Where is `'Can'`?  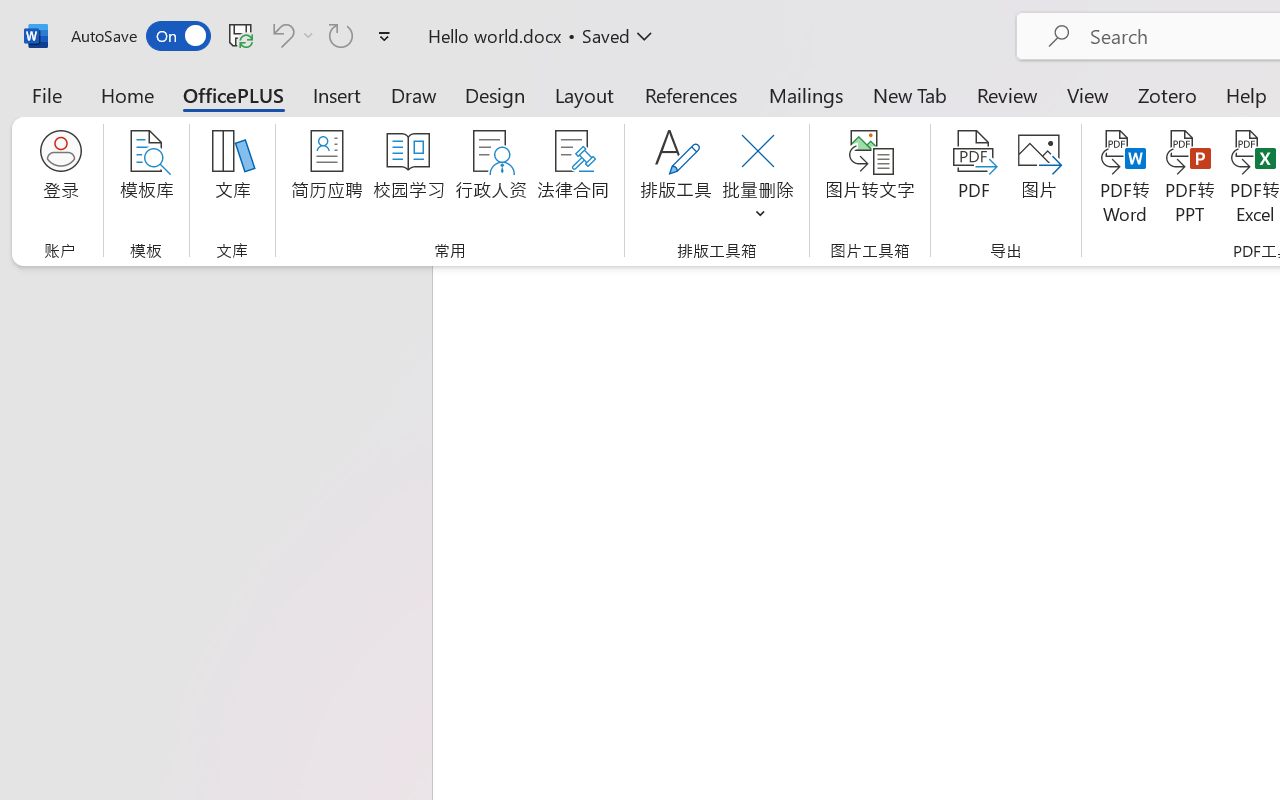
'Can' is located at coordinates (279, 34).